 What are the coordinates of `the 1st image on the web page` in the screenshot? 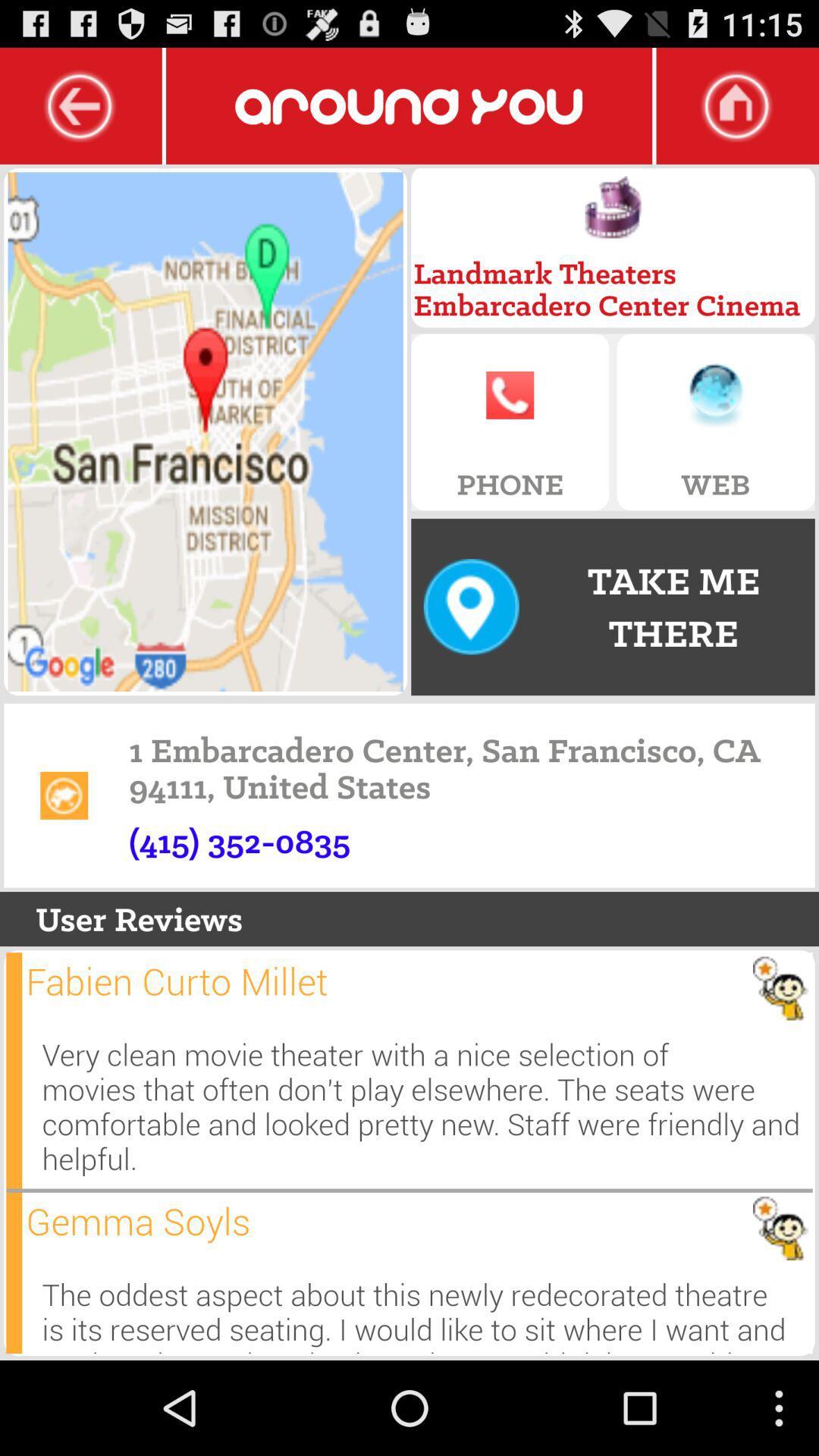 It's located at (206, 431).